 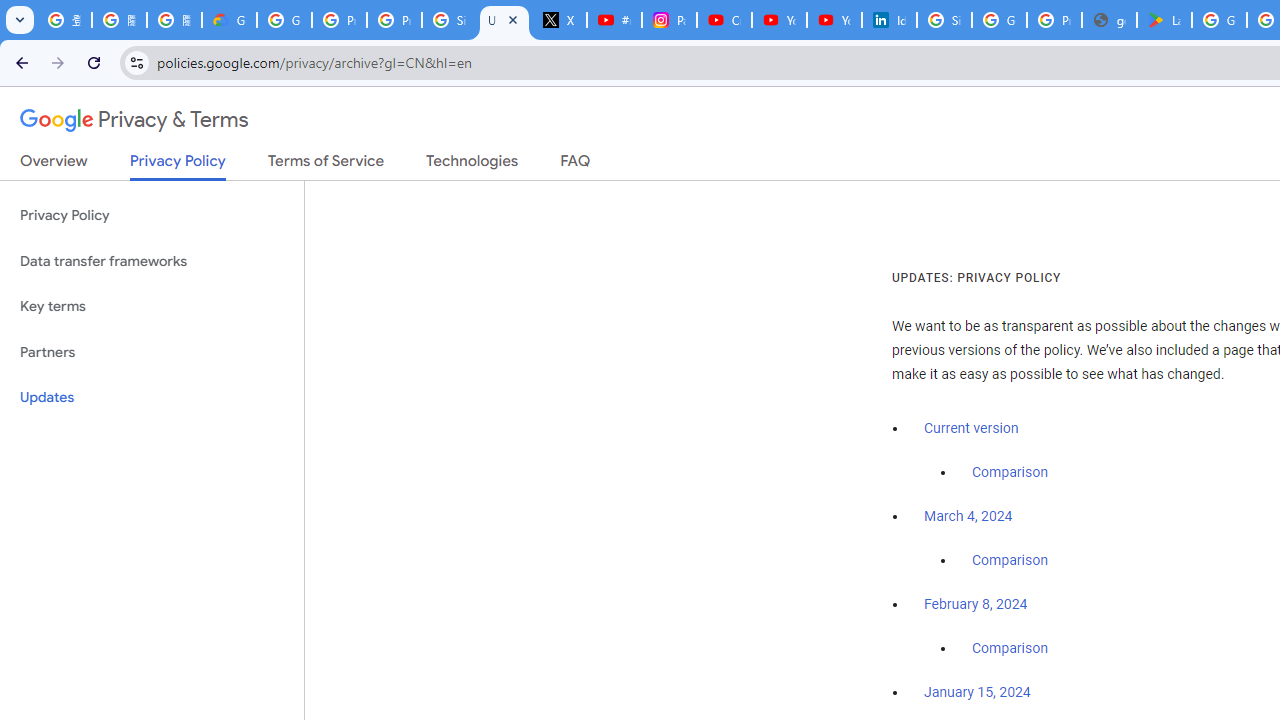 What do you see at coordinates (1009, 649) in the screenshot?
I see `'Comparison'` at bounding box center [1009, 649].